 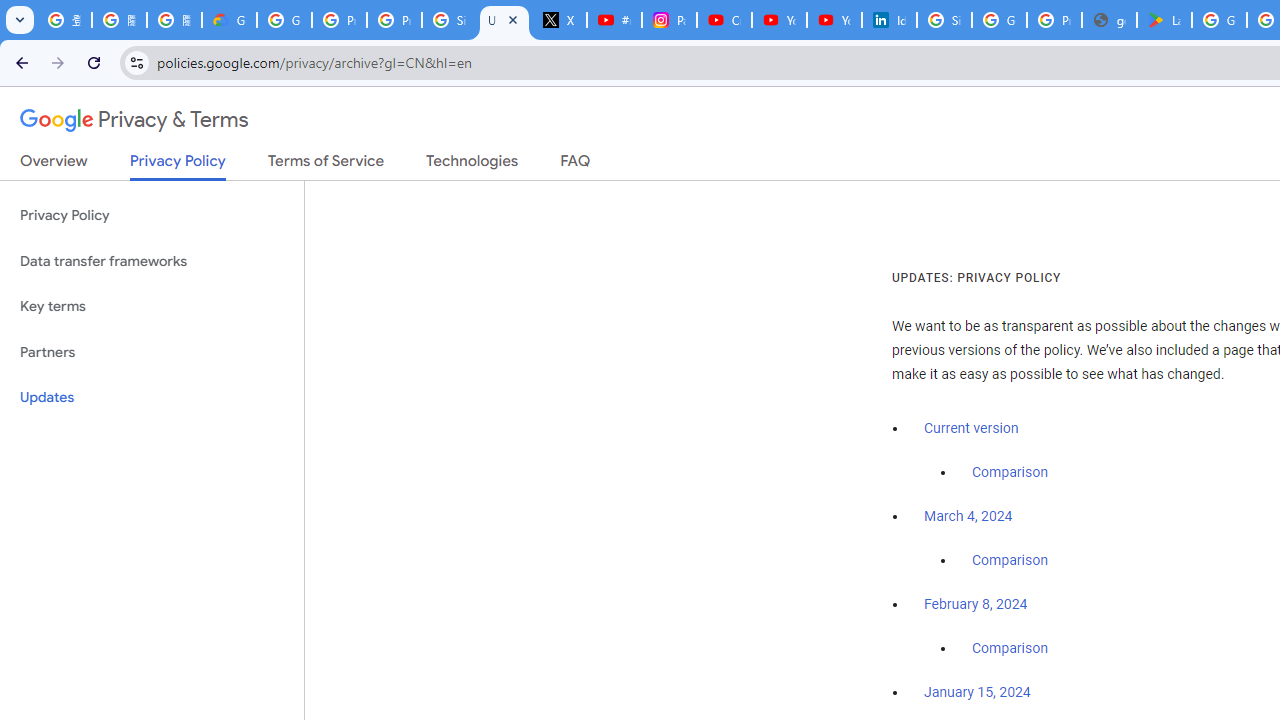 What do you see at coordinates (1009, 649) in the screenshot?
I see `'Comparison'` at bounding box center [1009, 649].